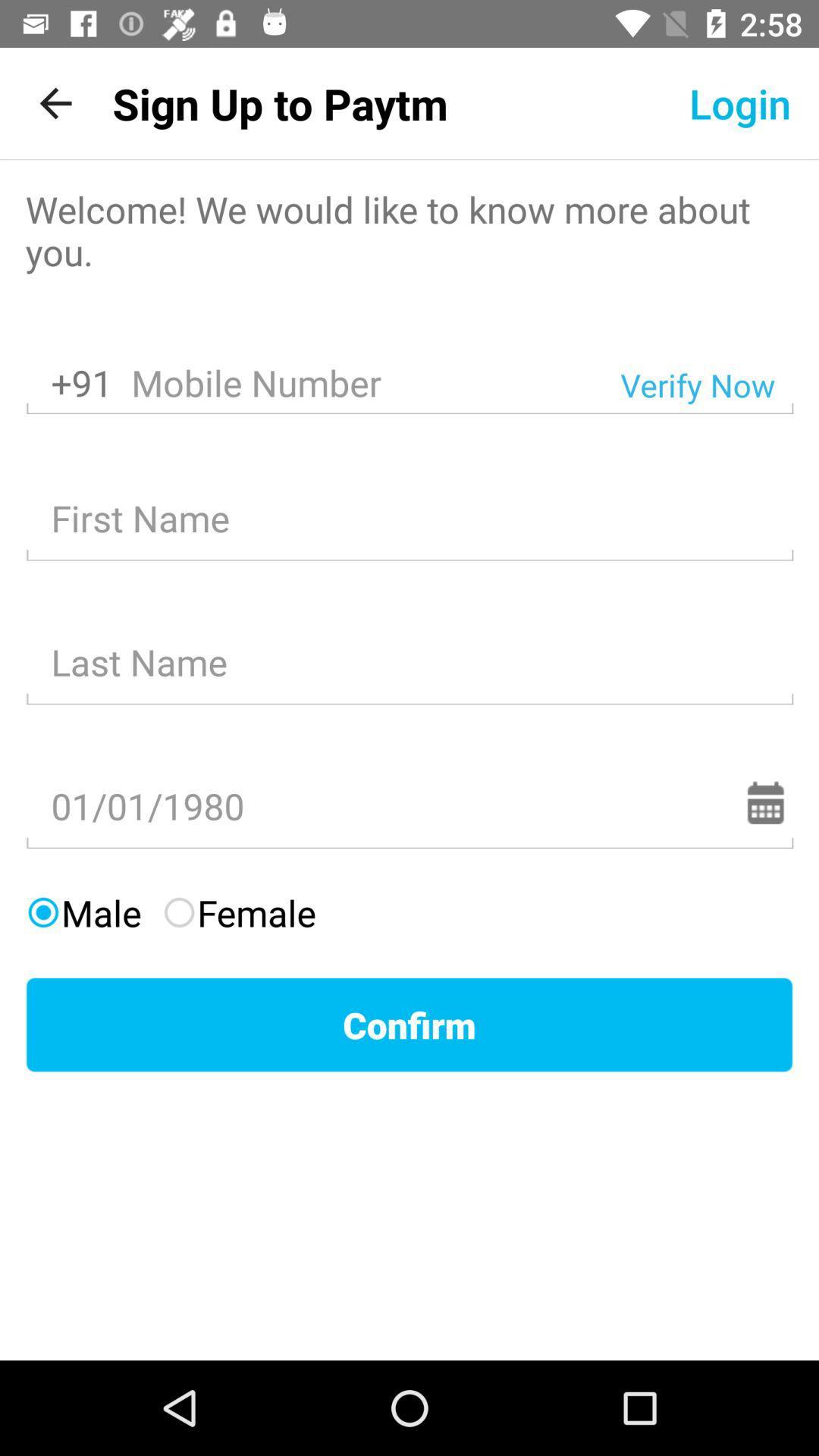  What do you see at coordinates (280, 102) in the screenshot?
I see `app next to the login item` at bounding box center [280, 102].